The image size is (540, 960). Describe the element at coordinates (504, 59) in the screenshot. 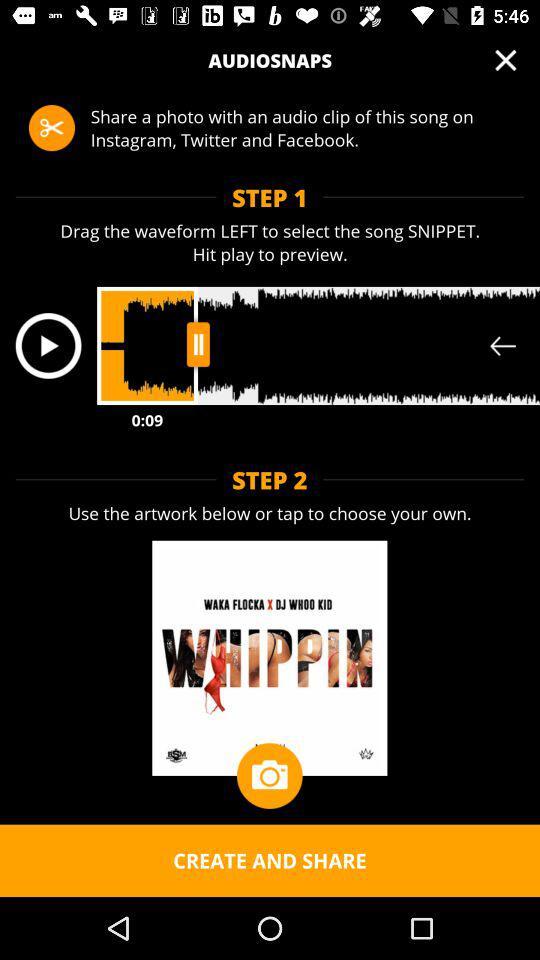

I see `item above share a photo app` at that location.